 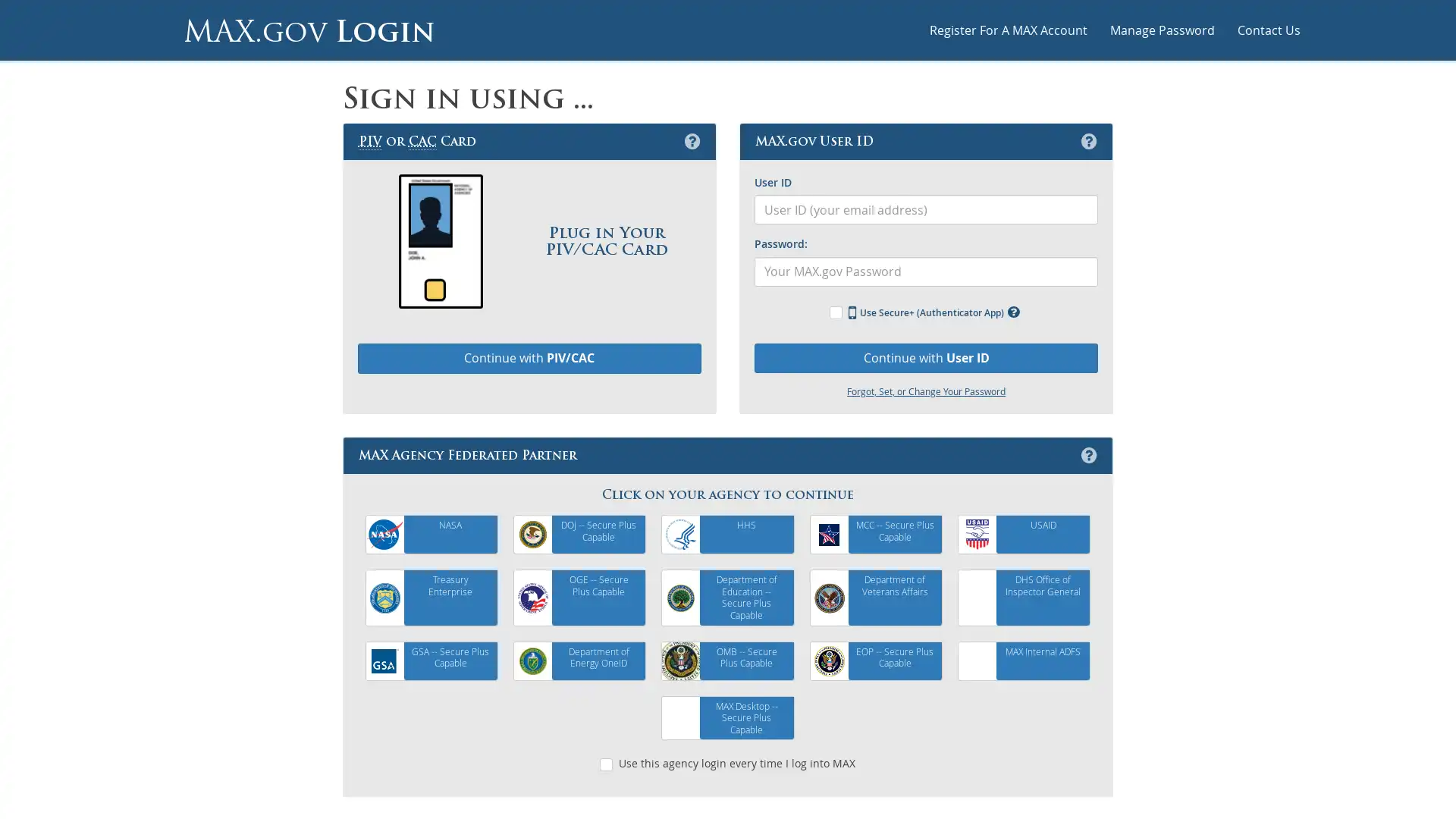 I want to click on Personal Identification Verification or Common Access Card, so click(x=691, y=140).